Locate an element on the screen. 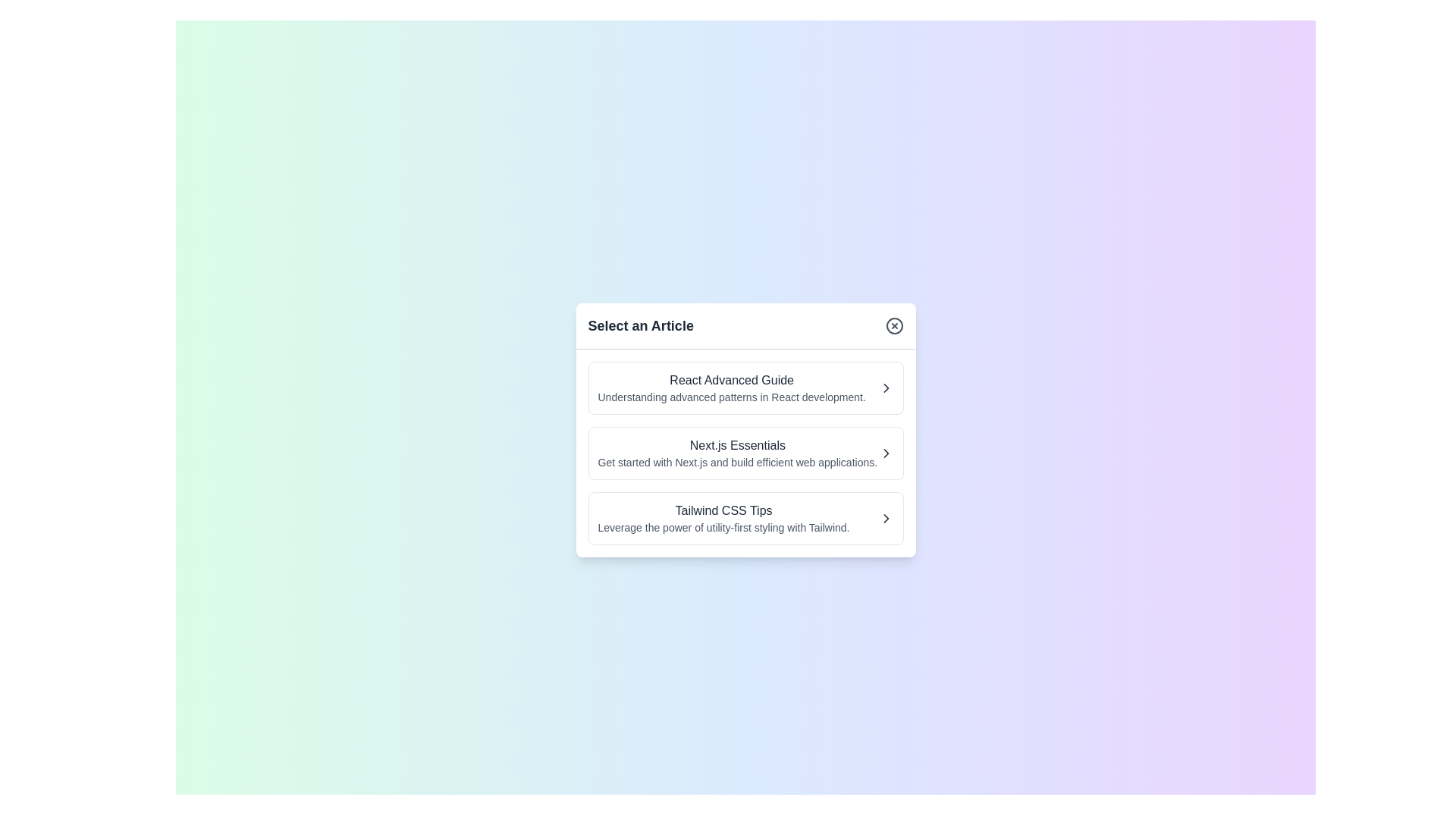  the close button to close the dialog is located at coordinates (894, 325).